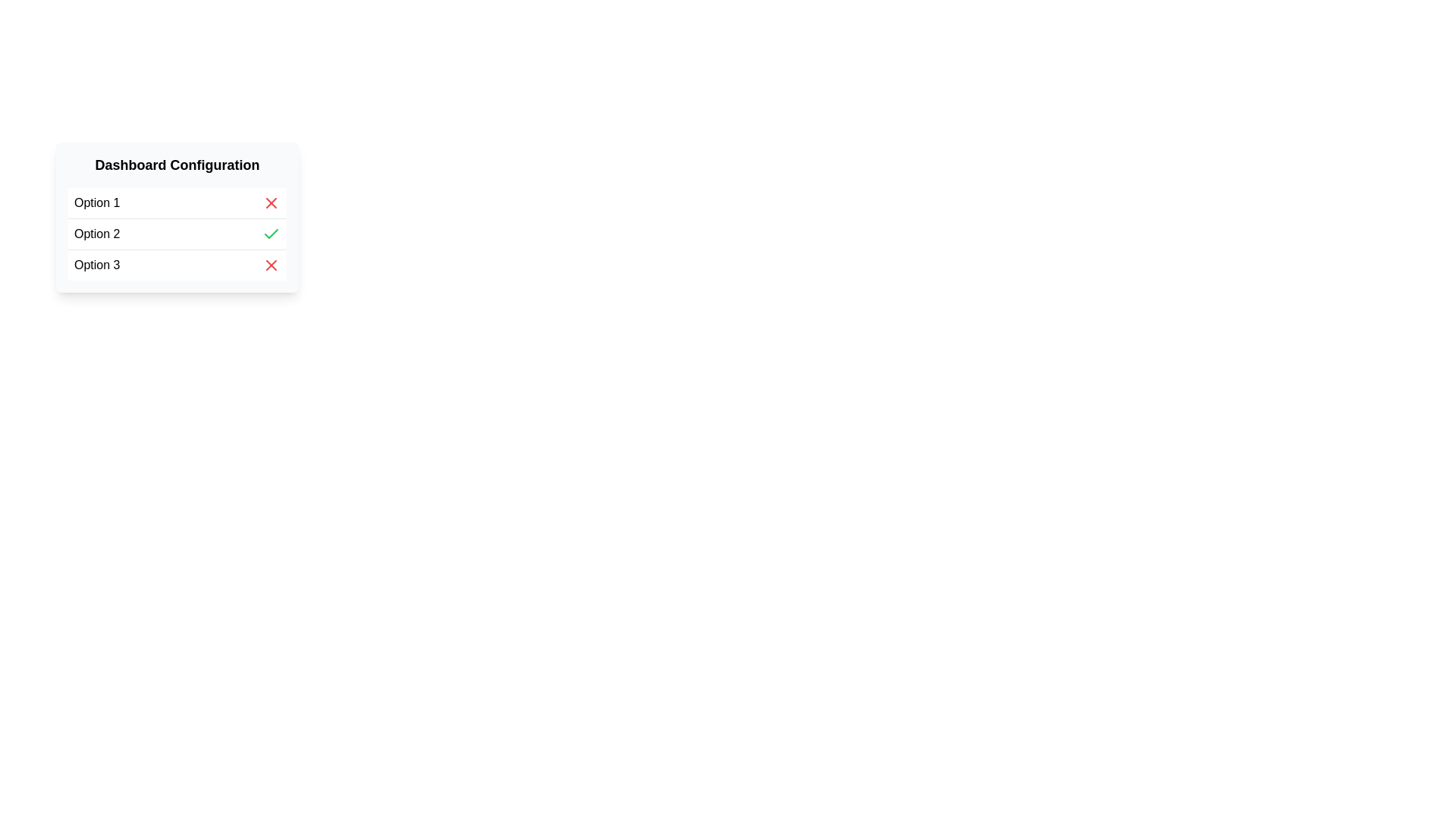 The image size is (1456, 819). What do you see at coordinates (271, 265) in the screenshot?
I see `the red cross icon indicating that 'Option 3' is invalid, located to the right of the 'Option 3' text under the 'Dashboard Configuration' title` at bounding box center [271, 265].